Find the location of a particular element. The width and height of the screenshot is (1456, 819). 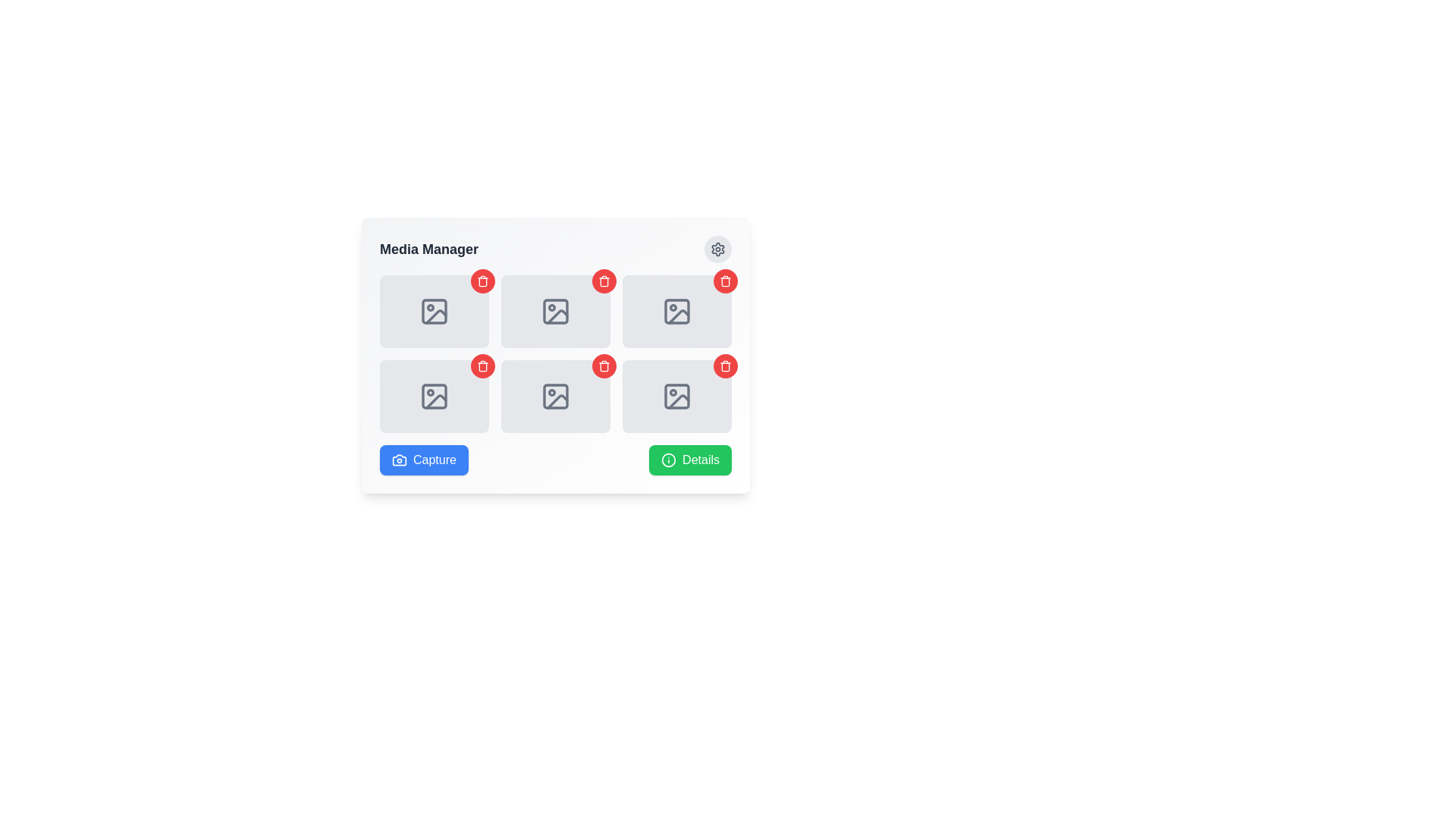

the icon resembling an image or photograph with a gray outline, located in the top-left button of a 2x3 grid in the 'Media Manager' interface is located at coordinates (433, 311).